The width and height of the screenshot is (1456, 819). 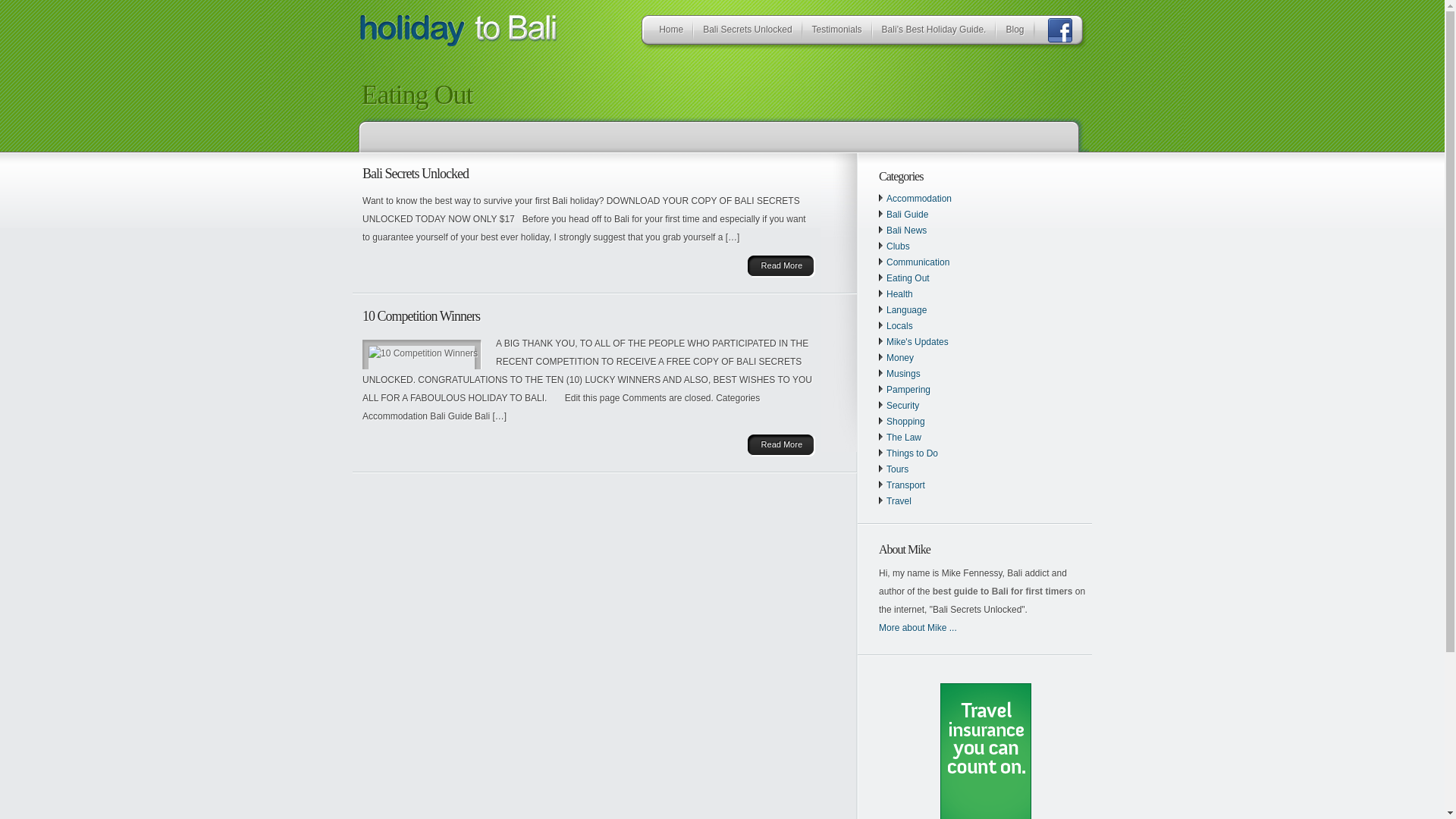 I want to click on 'Travel', so click(x=886, y=500).